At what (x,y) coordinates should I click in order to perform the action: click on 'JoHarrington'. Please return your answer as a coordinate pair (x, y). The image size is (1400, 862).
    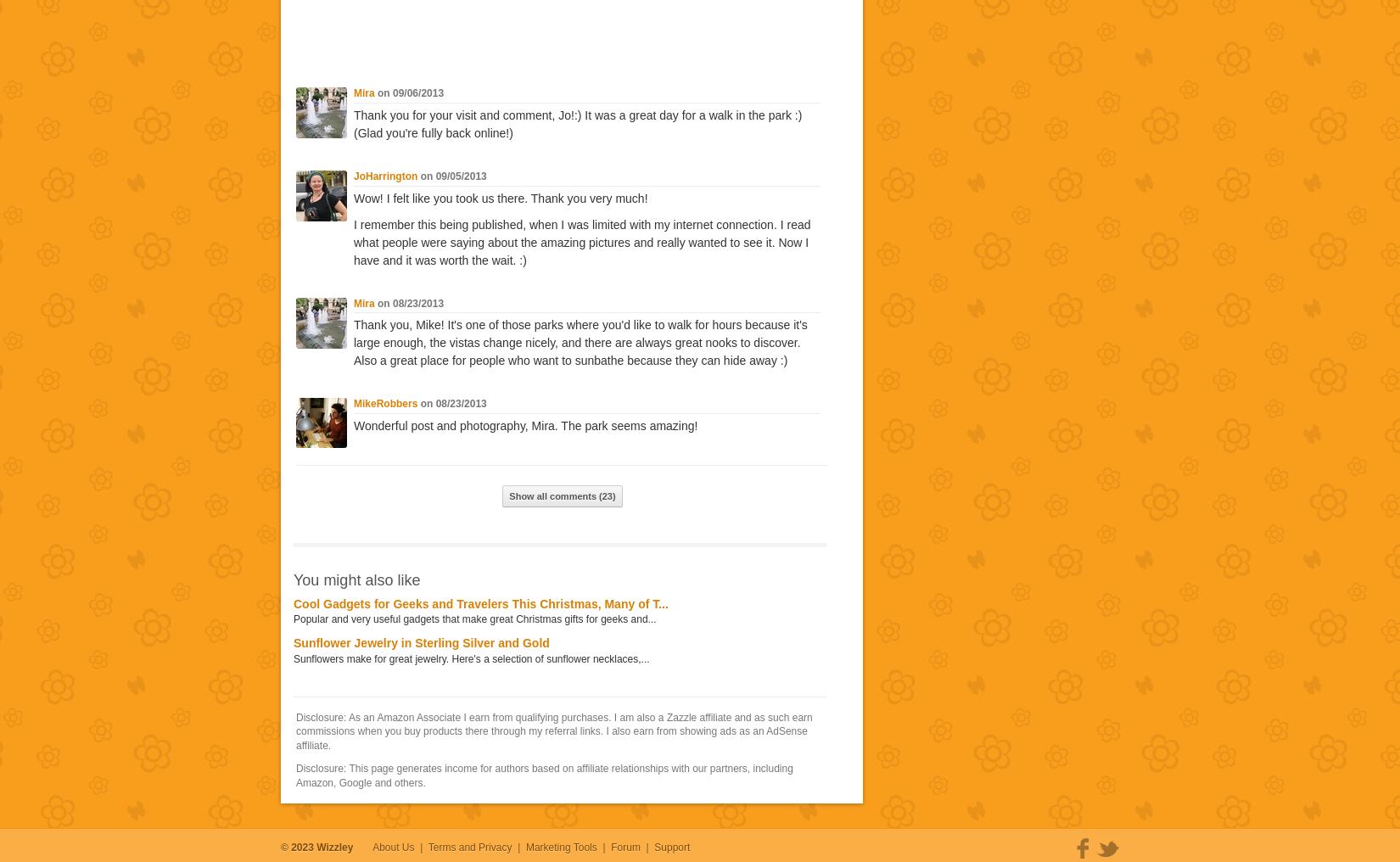
    Looking at the image, I should click on (384, 176).